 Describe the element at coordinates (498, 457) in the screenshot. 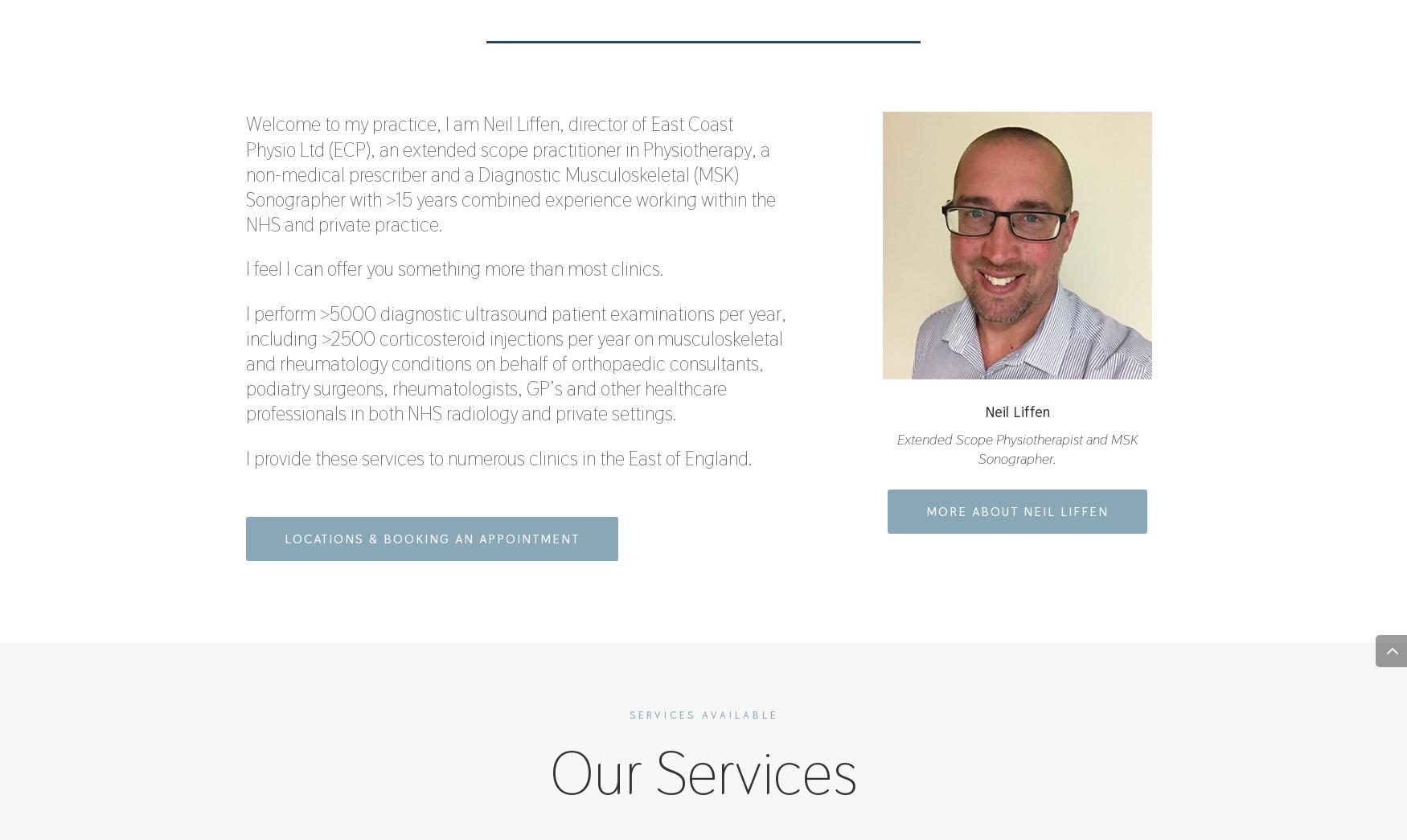

I see `'I provide these services to numerous clinics in the East of England.'` at that location.